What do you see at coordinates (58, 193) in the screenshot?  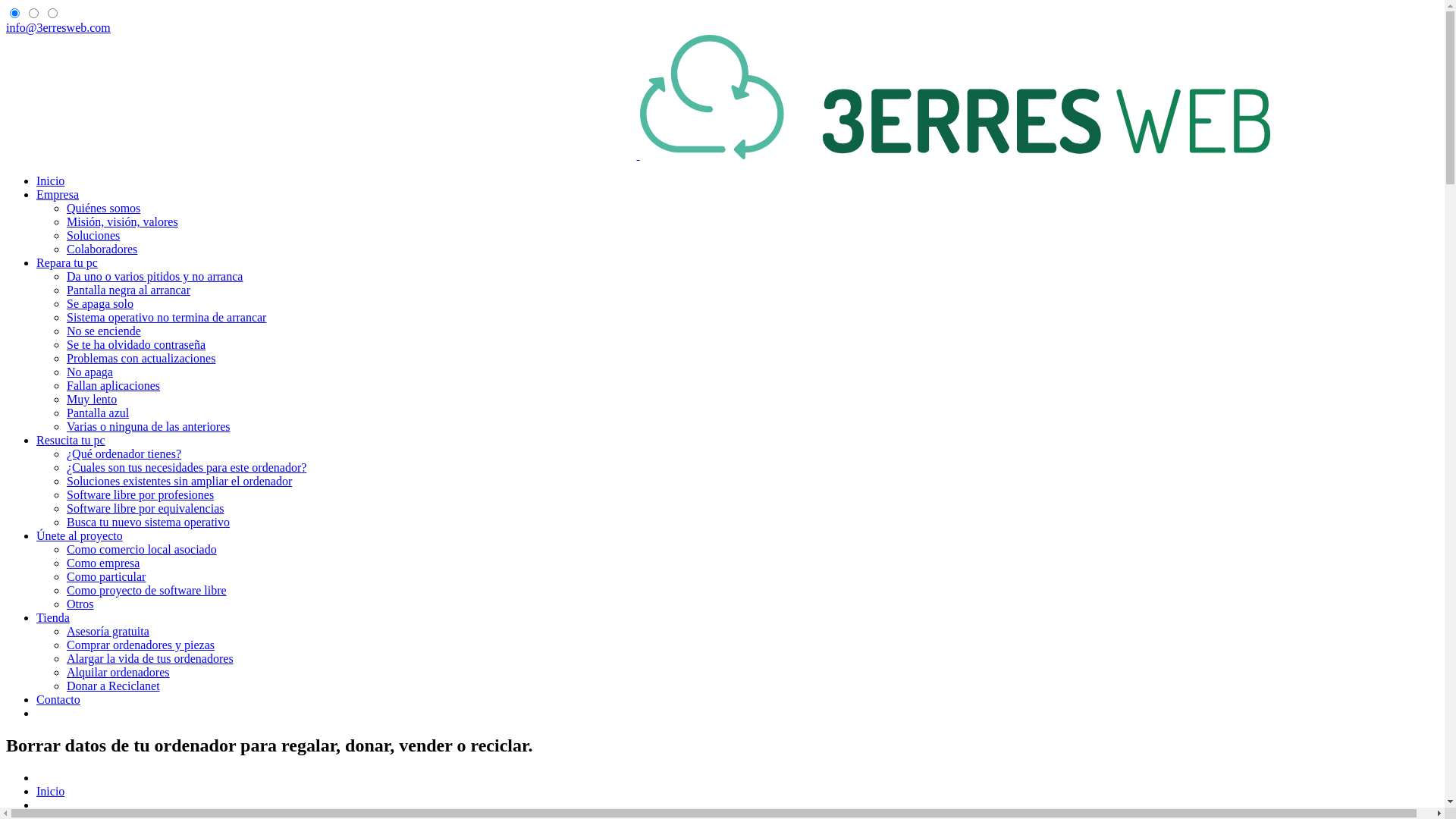 I see `'Empresa'` at bounding box center [58, 193].